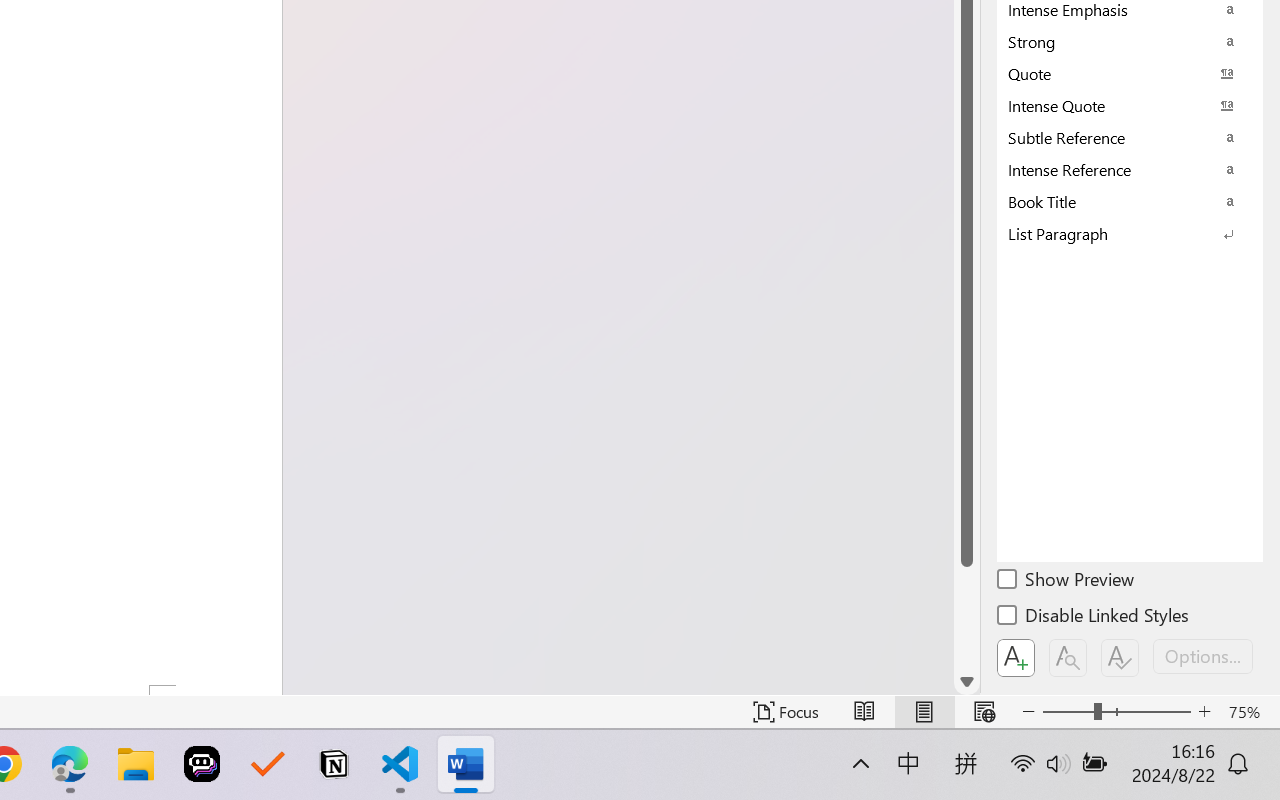  What do you see at coordinates (1115, 711) in the screenshot?
I see `'Zoom'` at bounding box center [1115, 711].